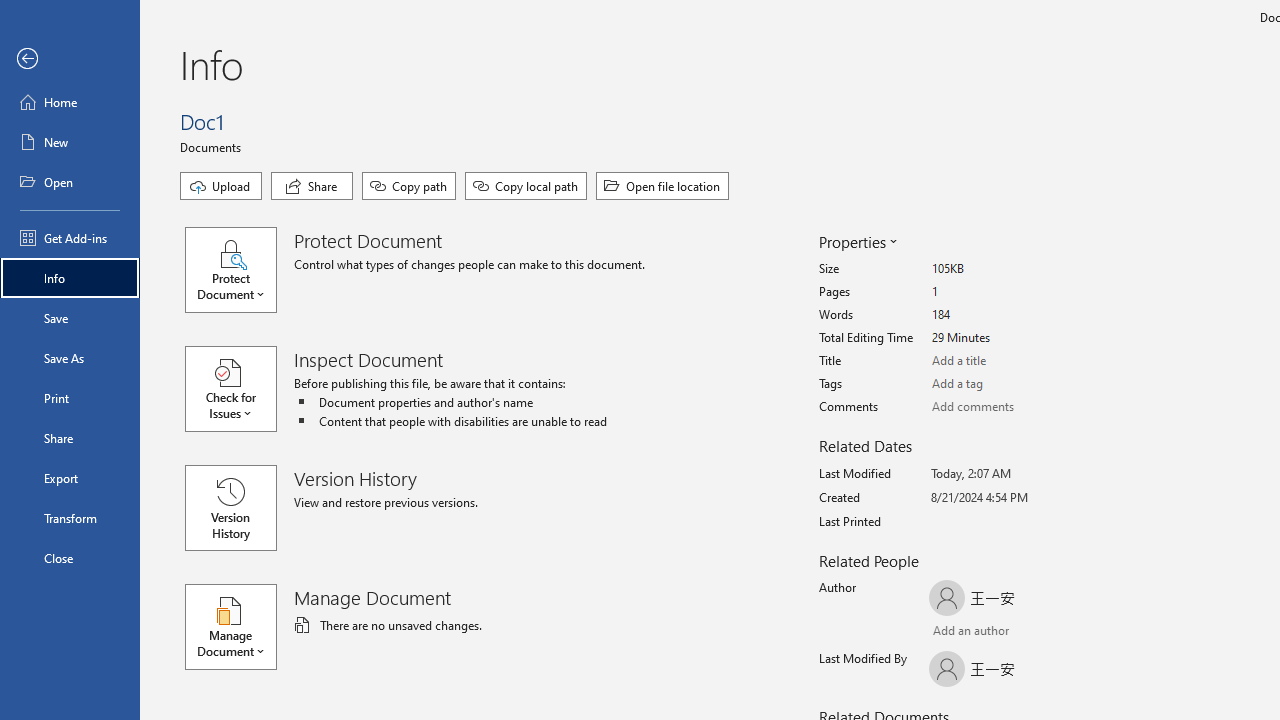 The width and height of the screenshot is (1280, 720). I want to click on 'Print', so click(69, 398).